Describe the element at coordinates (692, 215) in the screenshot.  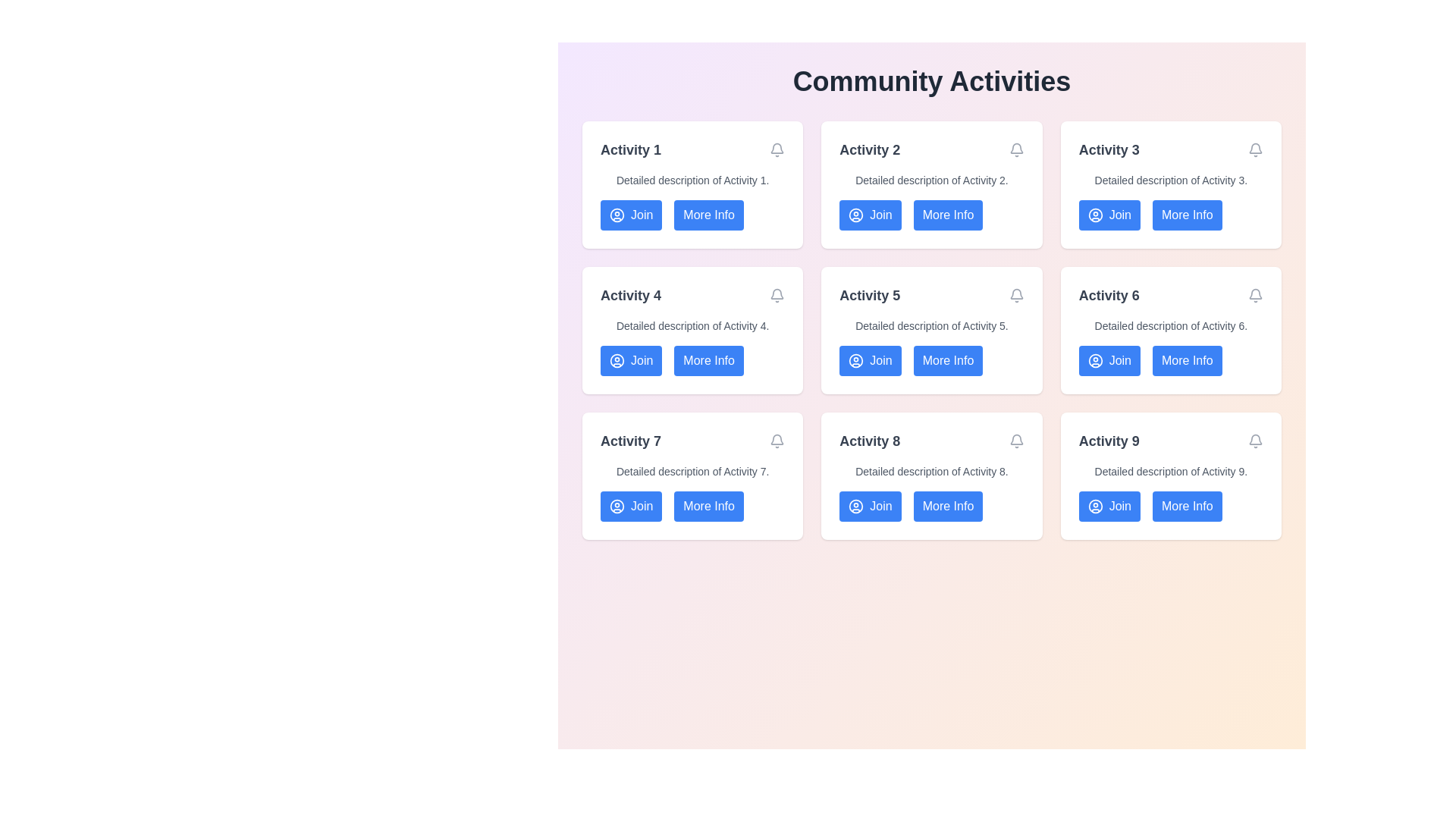
I see `the blue, rounded rectangle button labeled 'More Info' to activate the hover effect` at that location.